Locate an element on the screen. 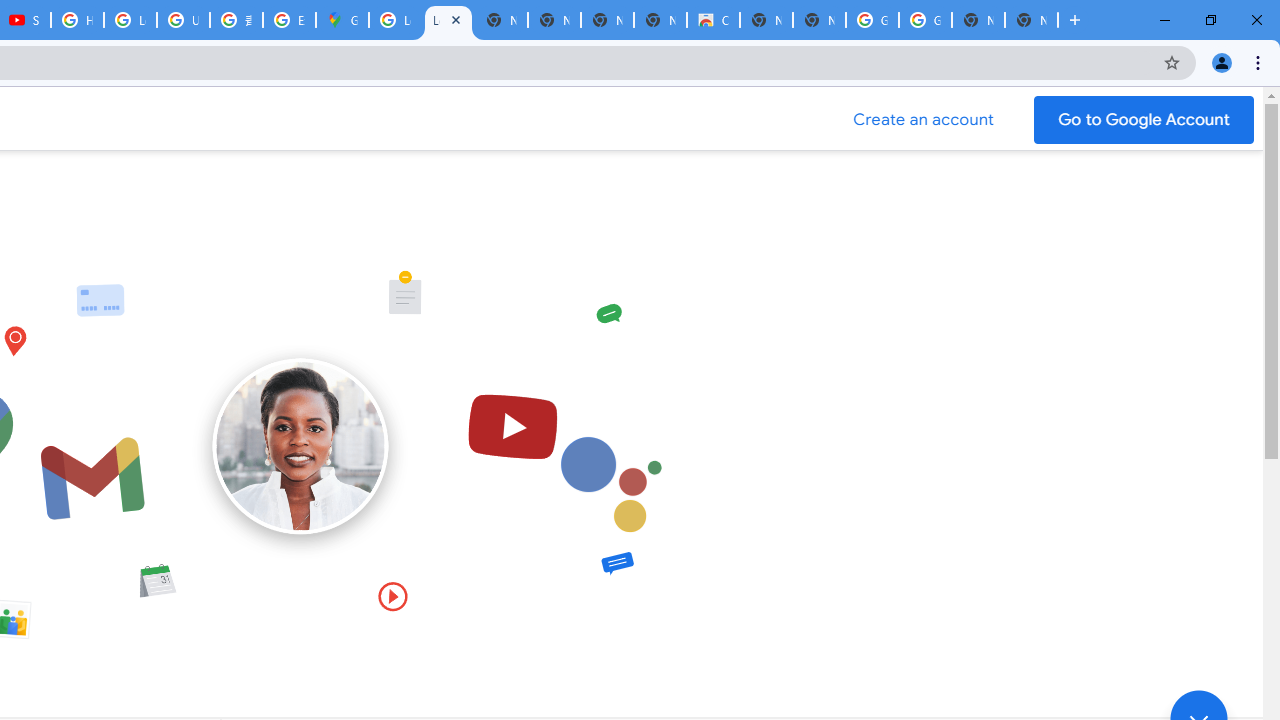  'How Chrome protects your passwords - Google Chrome Help' is located at coordinates (77, 20).